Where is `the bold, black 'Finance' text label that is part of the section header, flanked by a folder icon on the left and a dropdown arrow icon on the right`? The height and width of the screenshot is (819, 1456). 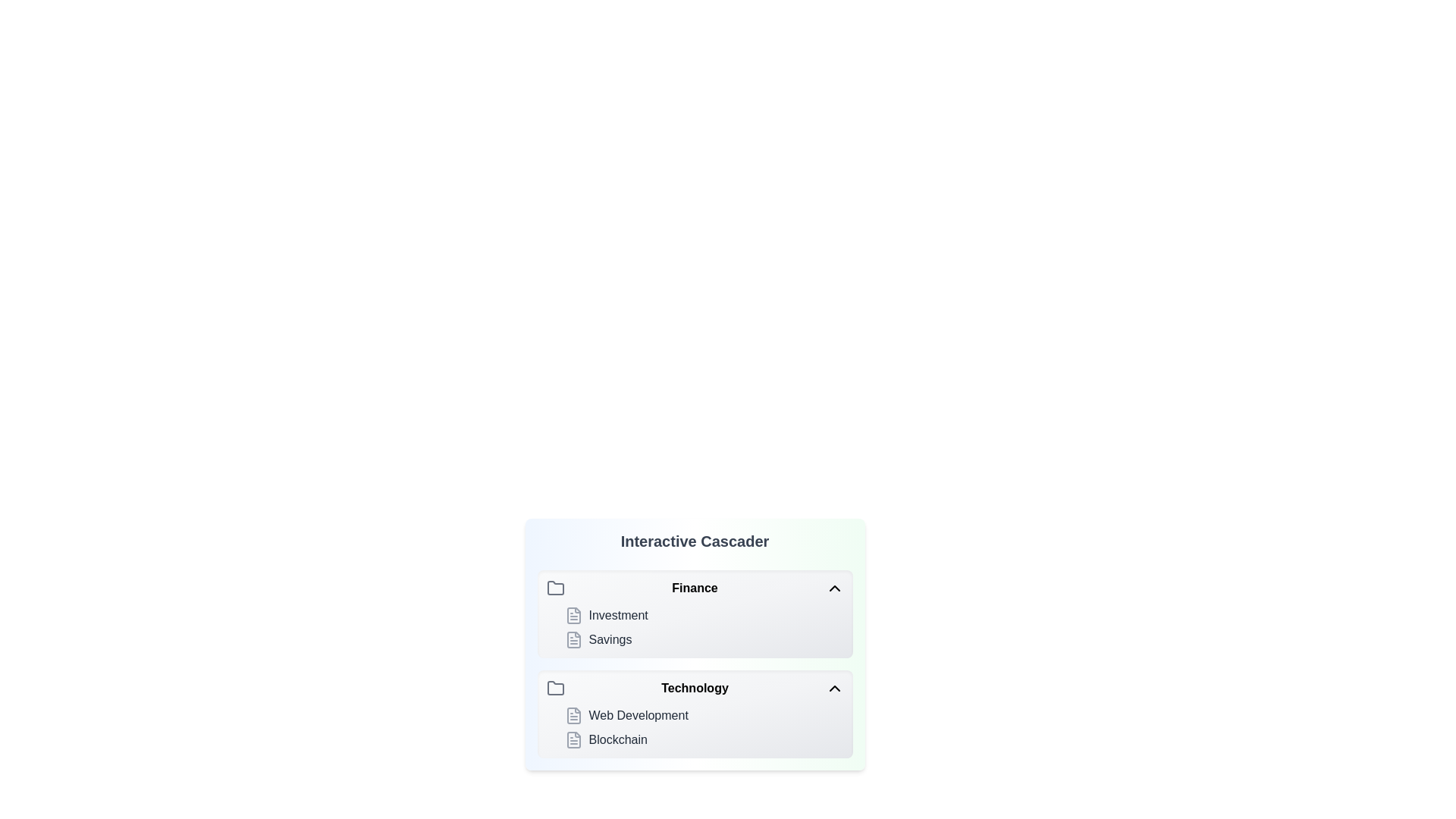 the bold, black 'Finance' text label that is part of the section header, flanked by a folder icon on the left and a dropdown arrow icon on the right is located at coordinates (694, 587).